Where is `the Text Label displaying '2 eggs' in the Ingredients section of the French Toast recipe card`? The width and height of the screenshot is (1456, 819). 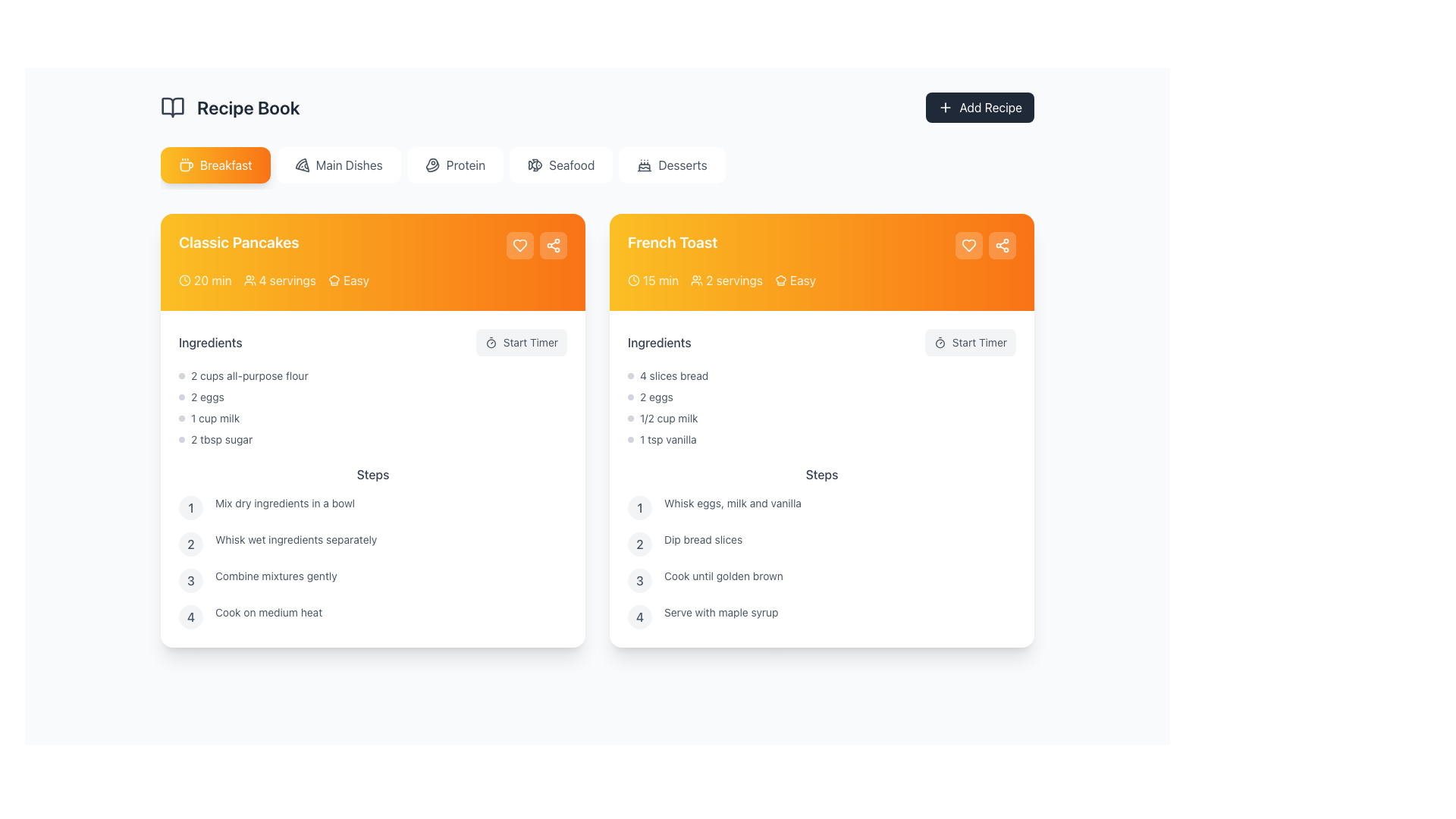
the Text Label displaying '2 eggs' in the Ingredients section of the French Toast recipe card is located at coordinates (656, 397).